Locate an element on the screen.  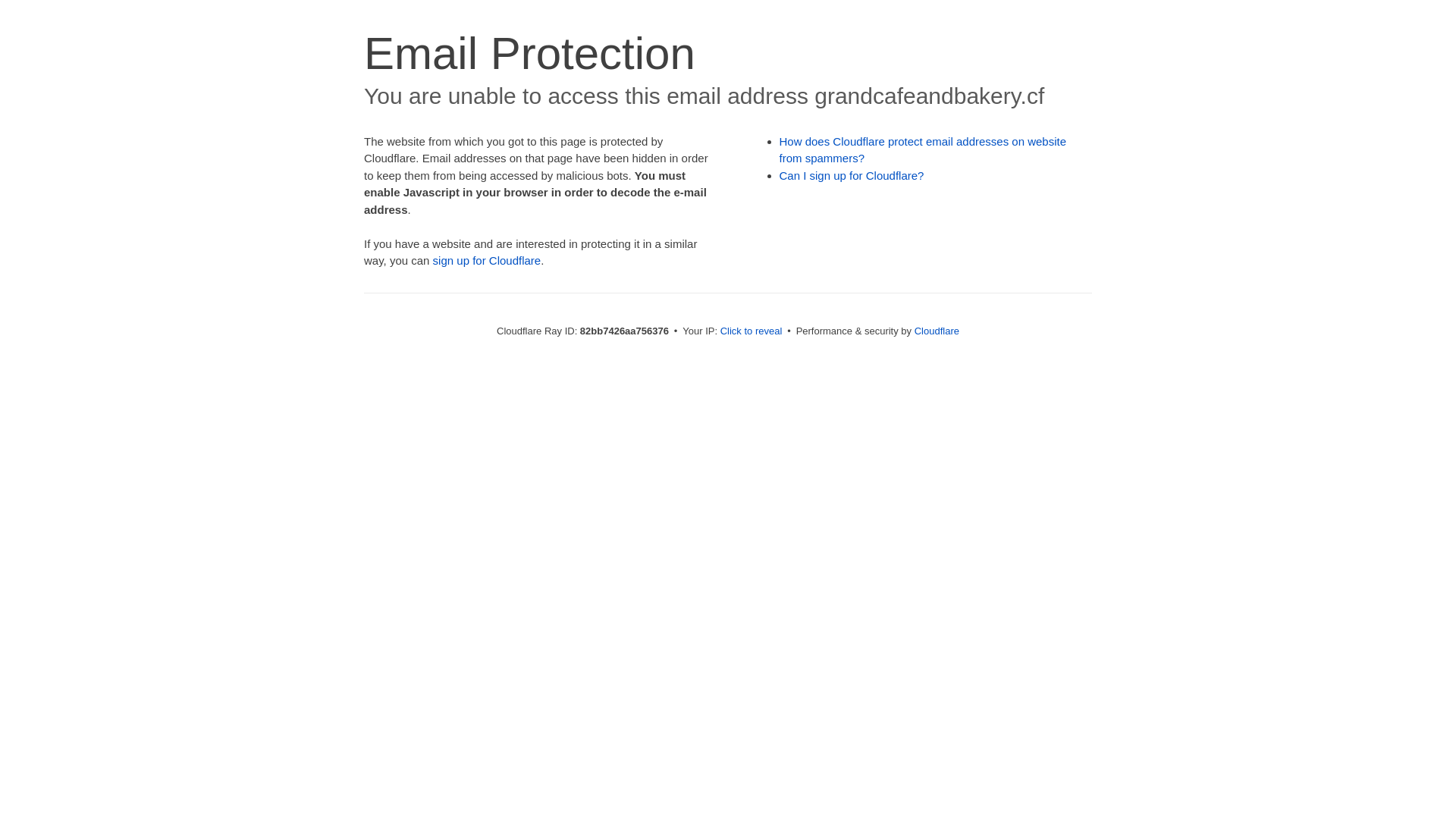
'sign up for Cloudflare' is located at coordinates (487, 259).